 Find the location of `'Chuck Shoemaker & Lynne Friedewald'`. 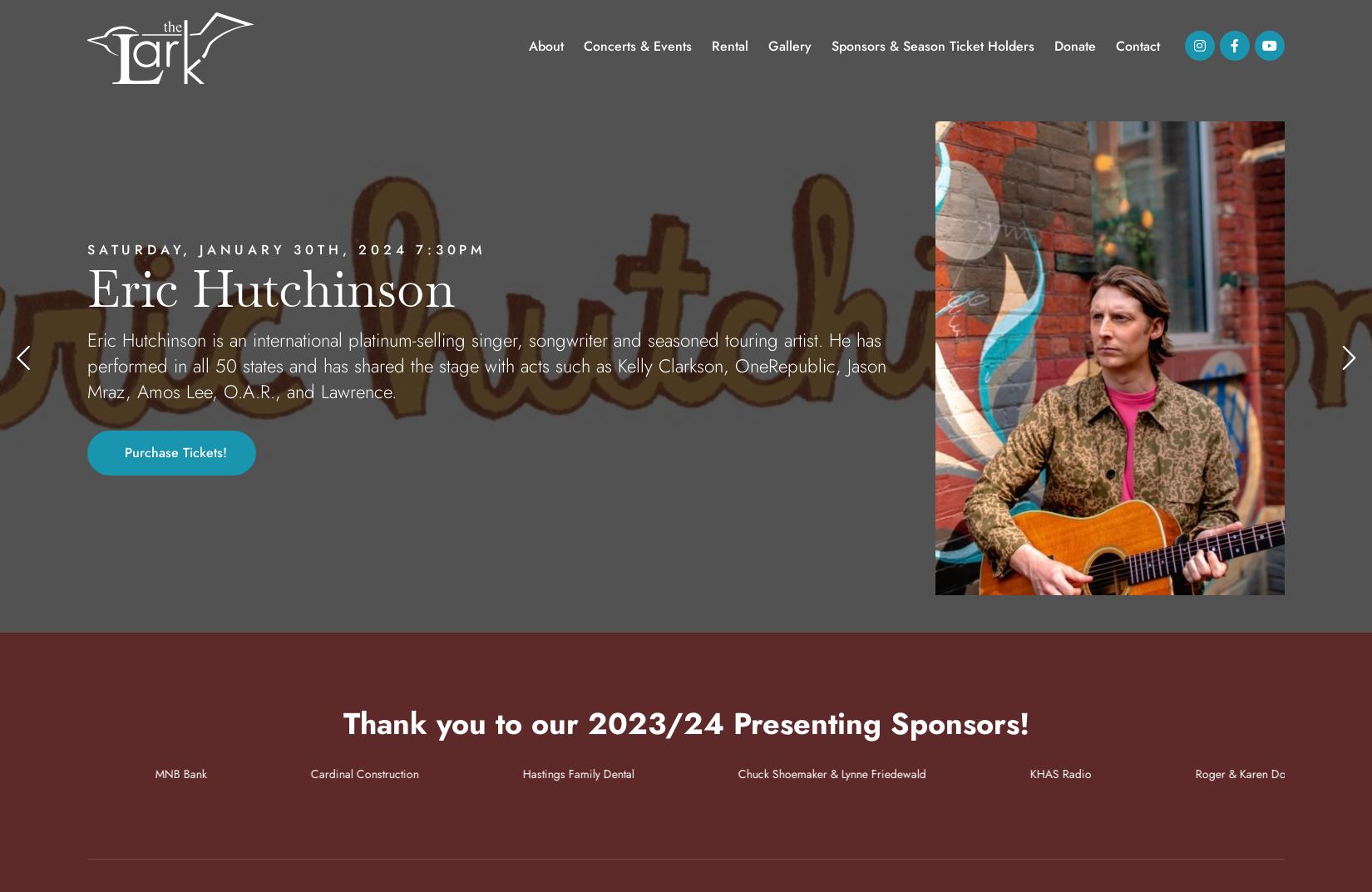

'Chuck Shoemaker & Lynne Friedewald' is located at coordinates (795, 774).